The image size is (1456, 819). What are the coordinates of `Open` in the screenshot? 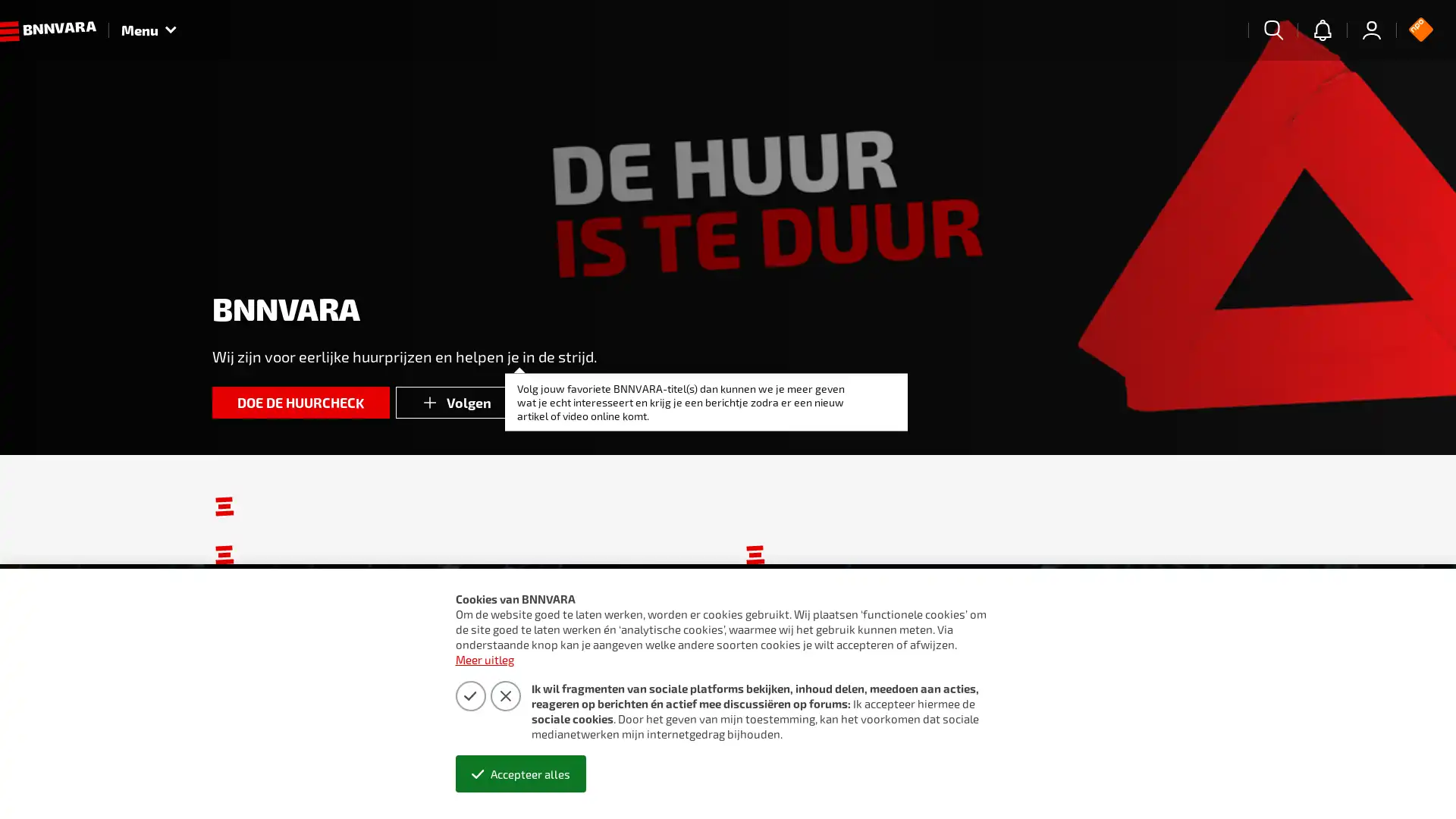 It's located at (1410, 778).